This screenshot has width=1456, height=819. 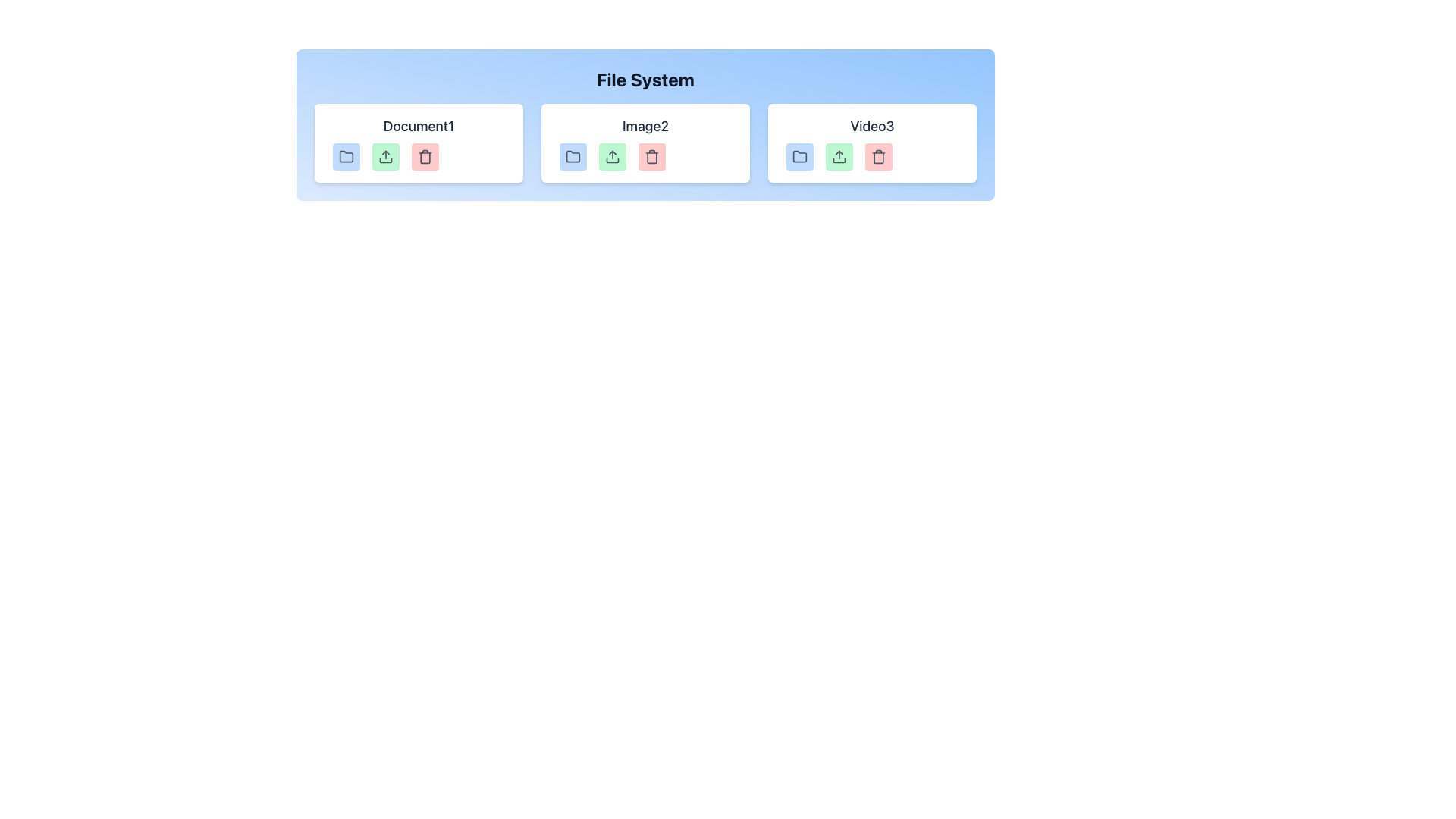 What do you see at coordinates (878, 157) in the screenshot?
I see `the delete button for 'Video3', which is the third button in a horizontal row of action buttons` at bounding box center [878, 157].